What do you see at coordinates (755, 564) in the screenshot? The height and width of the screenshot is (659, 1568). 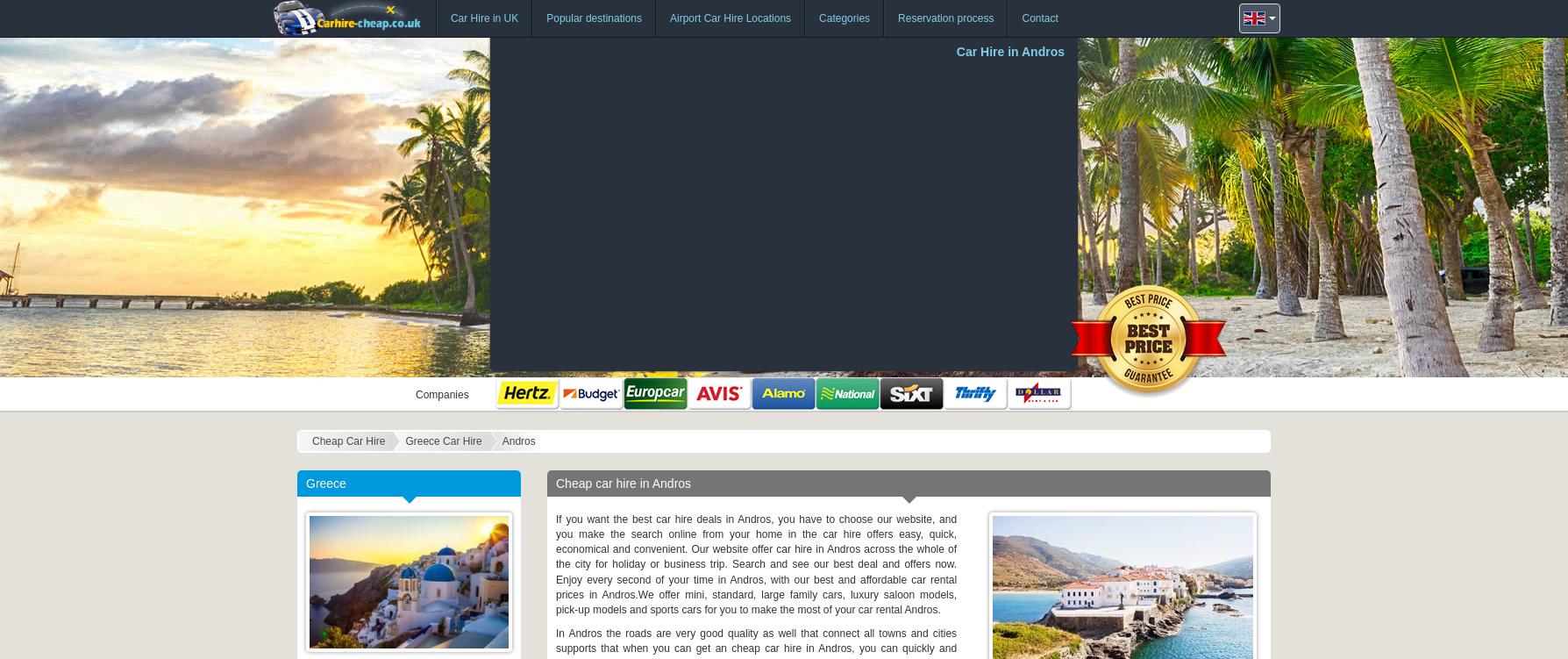 I see `'If you want the best car hire deals in Andros, you have to choose our website, and you make the search online from your home in the car hire offers easy, quick, economical and convenient. Our website offer car hire in Andros across the whole of the city for holiday or business trip. Search and see our best deal and offers now. Enjoy every second of your time in Andros, with our best and affordable car rental prices in Andros.We offer mini, standard, large family cars, luxury saloon models, pick-up models and sports cars for you to make the most of your car rental Andros.'` at bounding box center [755, 564].